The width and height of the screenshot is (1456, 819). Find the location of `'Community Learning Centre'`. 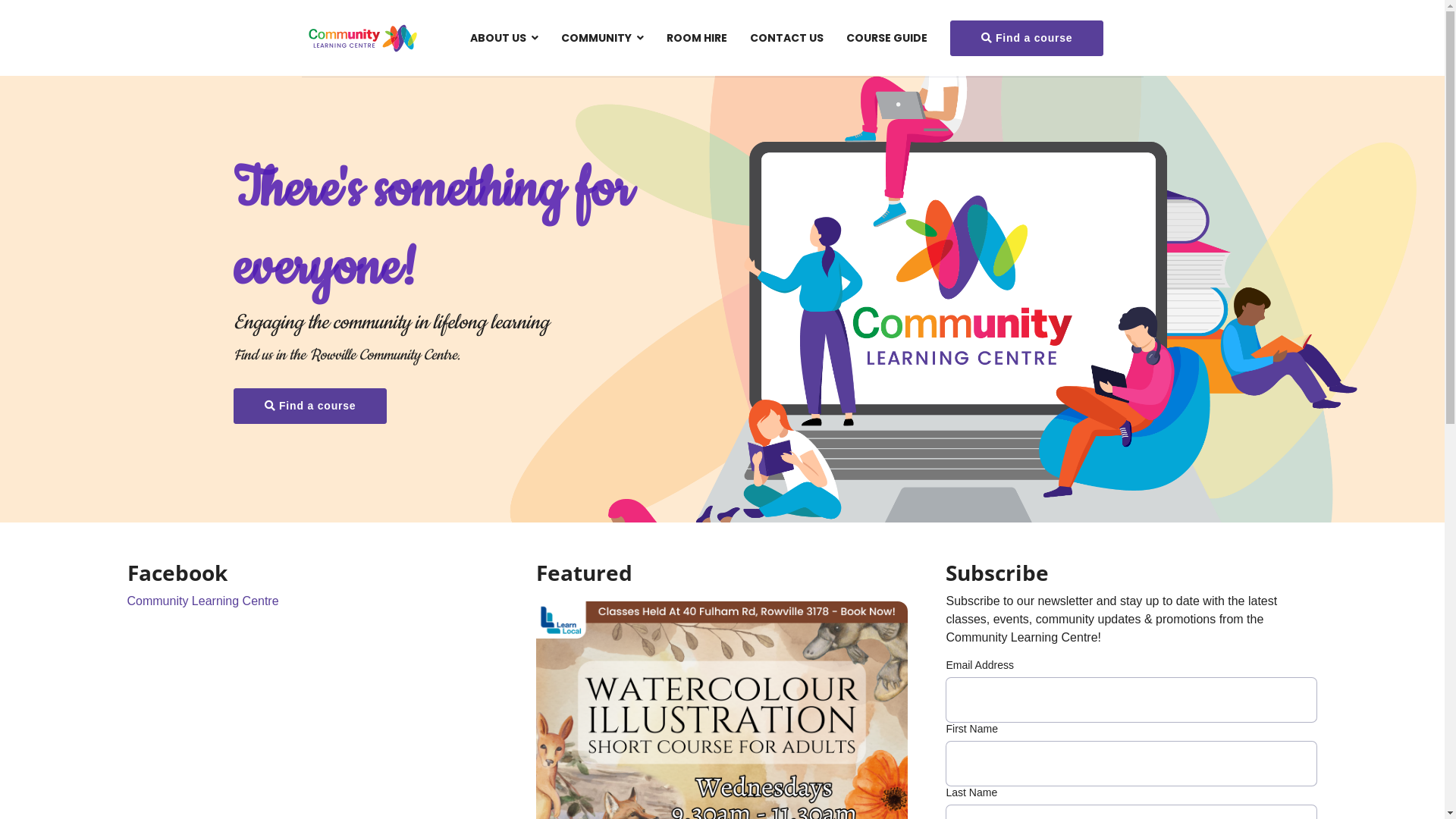

'Community Learning Centre' is located at coordinates (202, 600).